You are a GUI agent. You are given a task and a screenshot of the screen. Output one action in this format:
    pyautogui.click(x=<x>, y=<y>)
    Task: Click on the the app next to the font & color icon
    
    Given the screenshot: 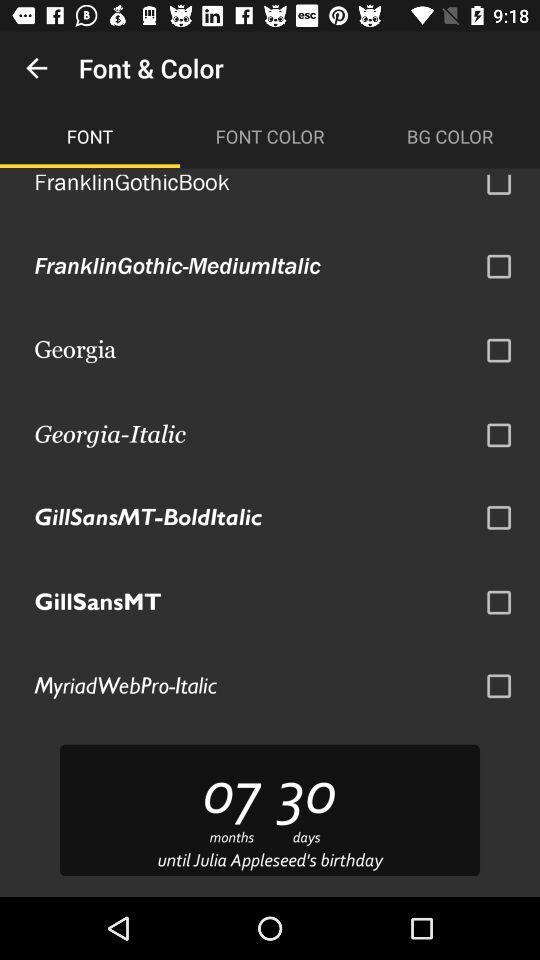 What is the action you would take?
    pyautogui.click(x=36, y=68)
    